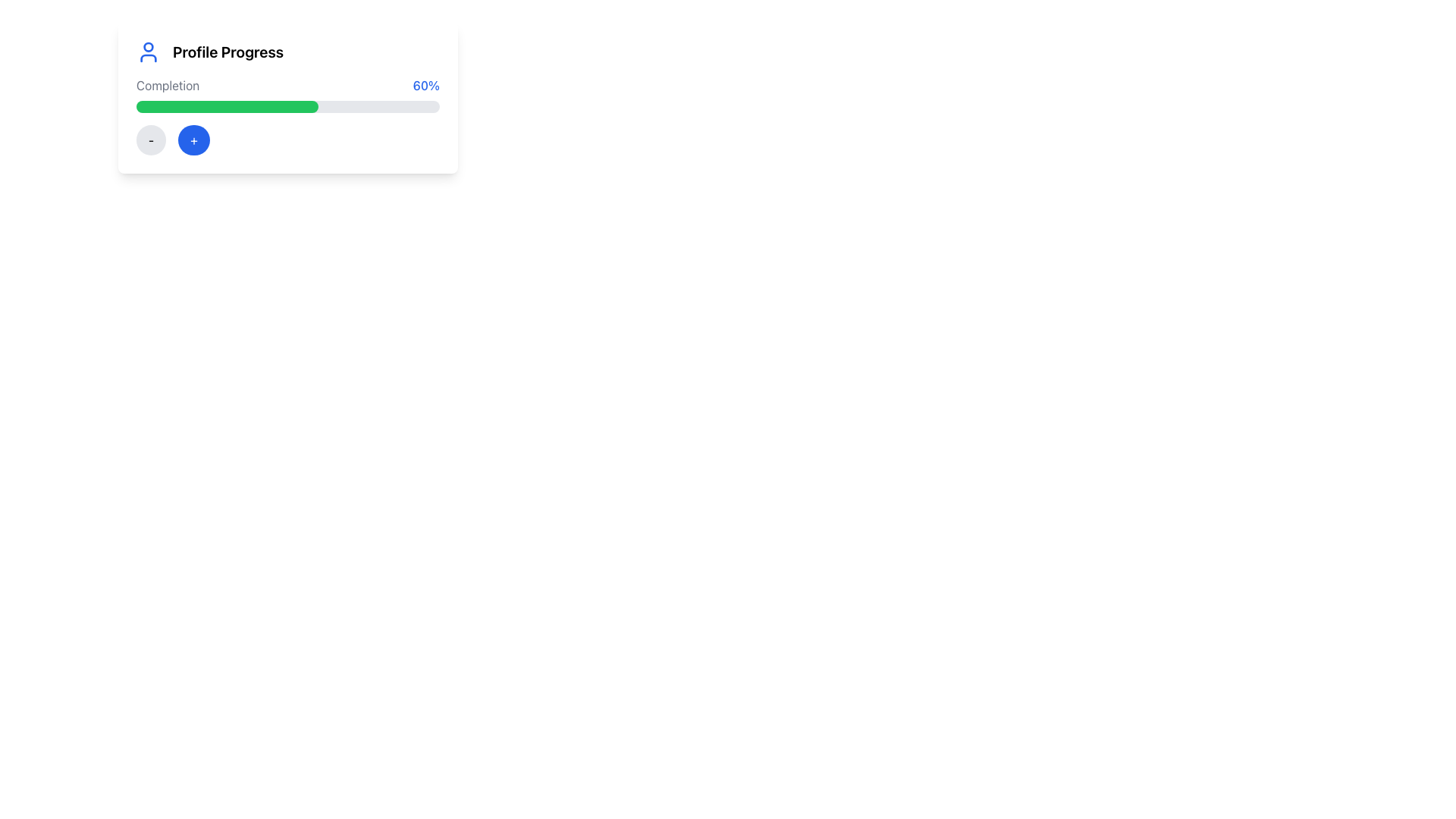 This screenshot has height=819, width=1456. I want to click on the progress bar which has a gray background and a green filled portion, located below the 'Completion' label and '60%' text, so click(287, 106).